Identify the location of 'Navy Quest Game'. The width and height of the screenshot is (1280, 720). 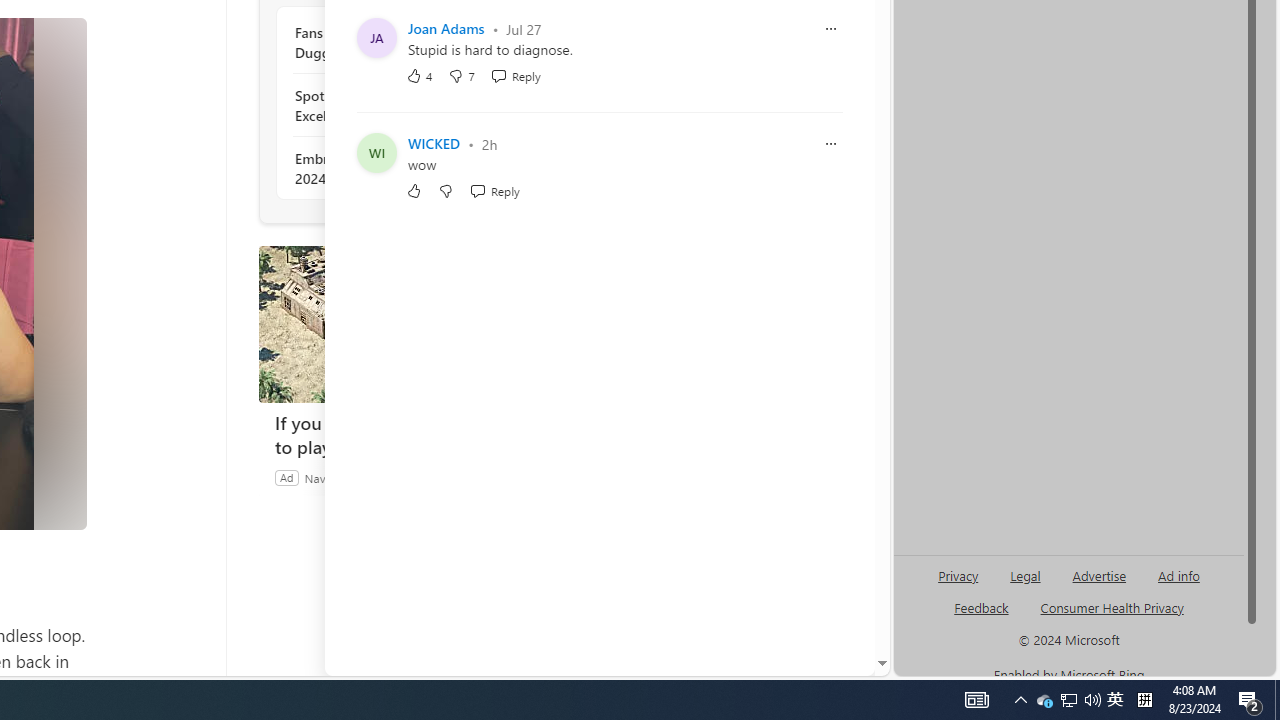
(352, 477).